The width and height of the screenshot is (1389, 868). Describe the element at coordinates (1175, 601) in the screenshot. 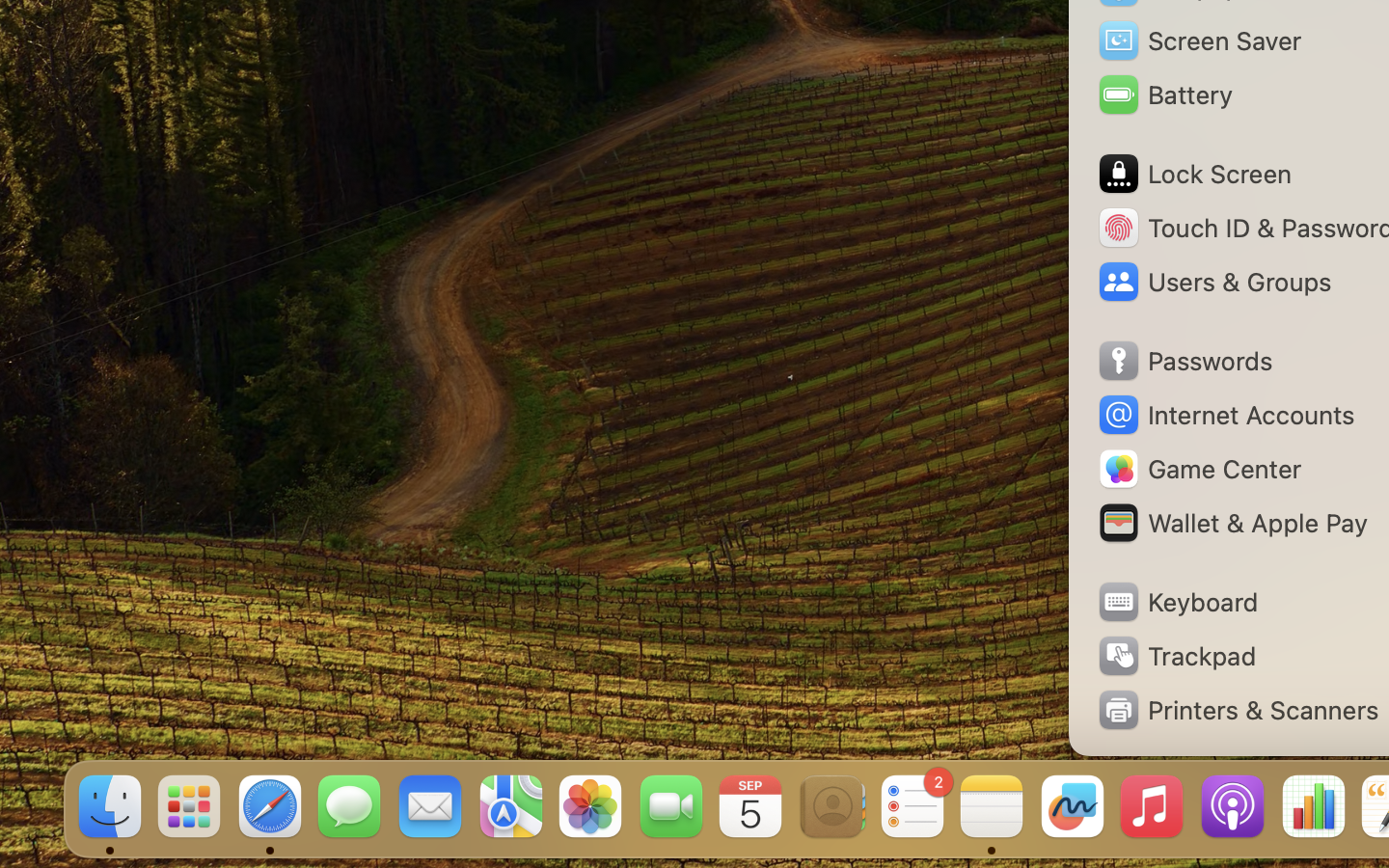

I see `'Keyboard'` at that location.